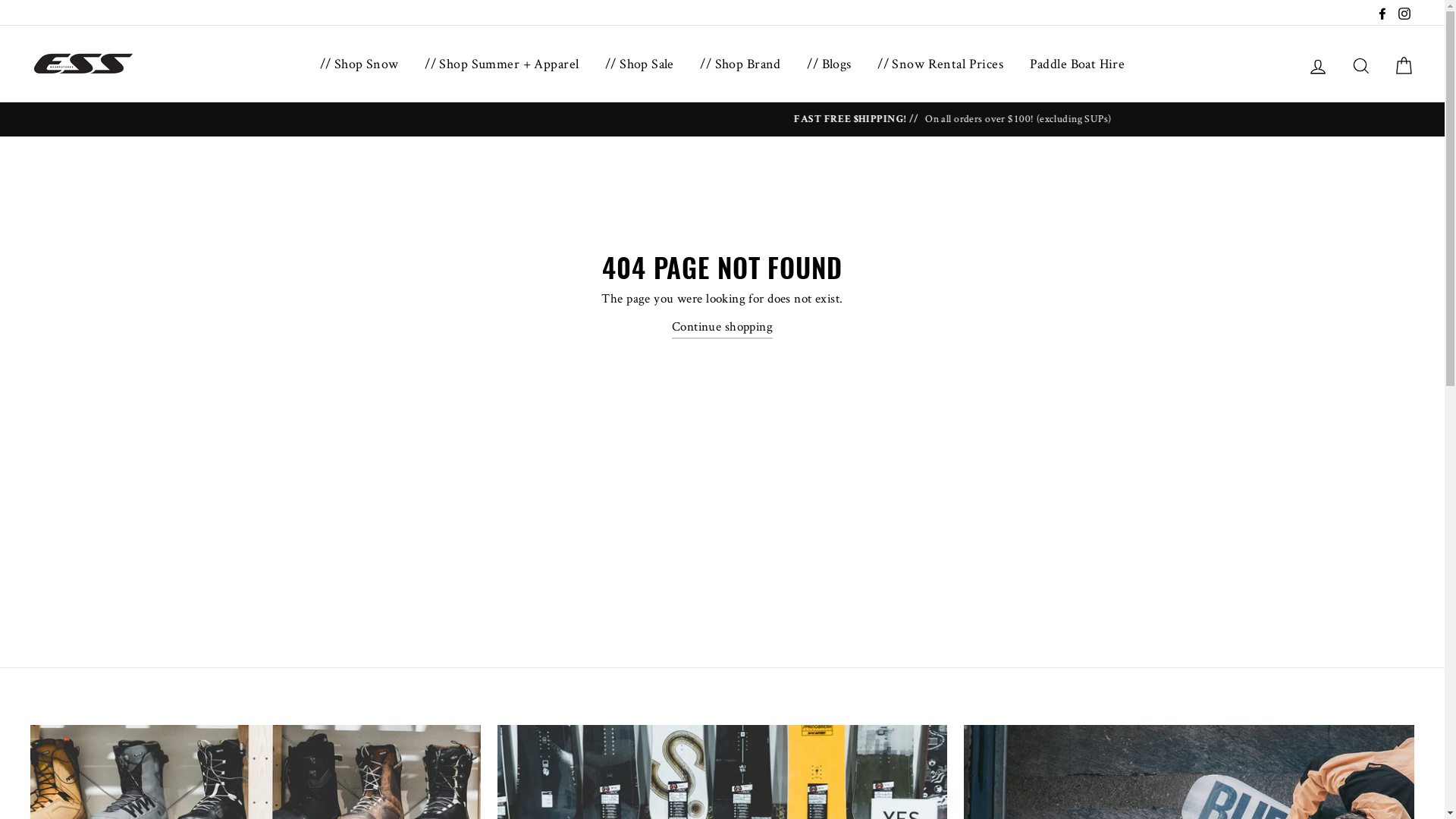 This screenshot has height=819, width=1456. Describe the element at coordinates (828, 63) in the screenshot. I see `'// Blogs'` at that location.